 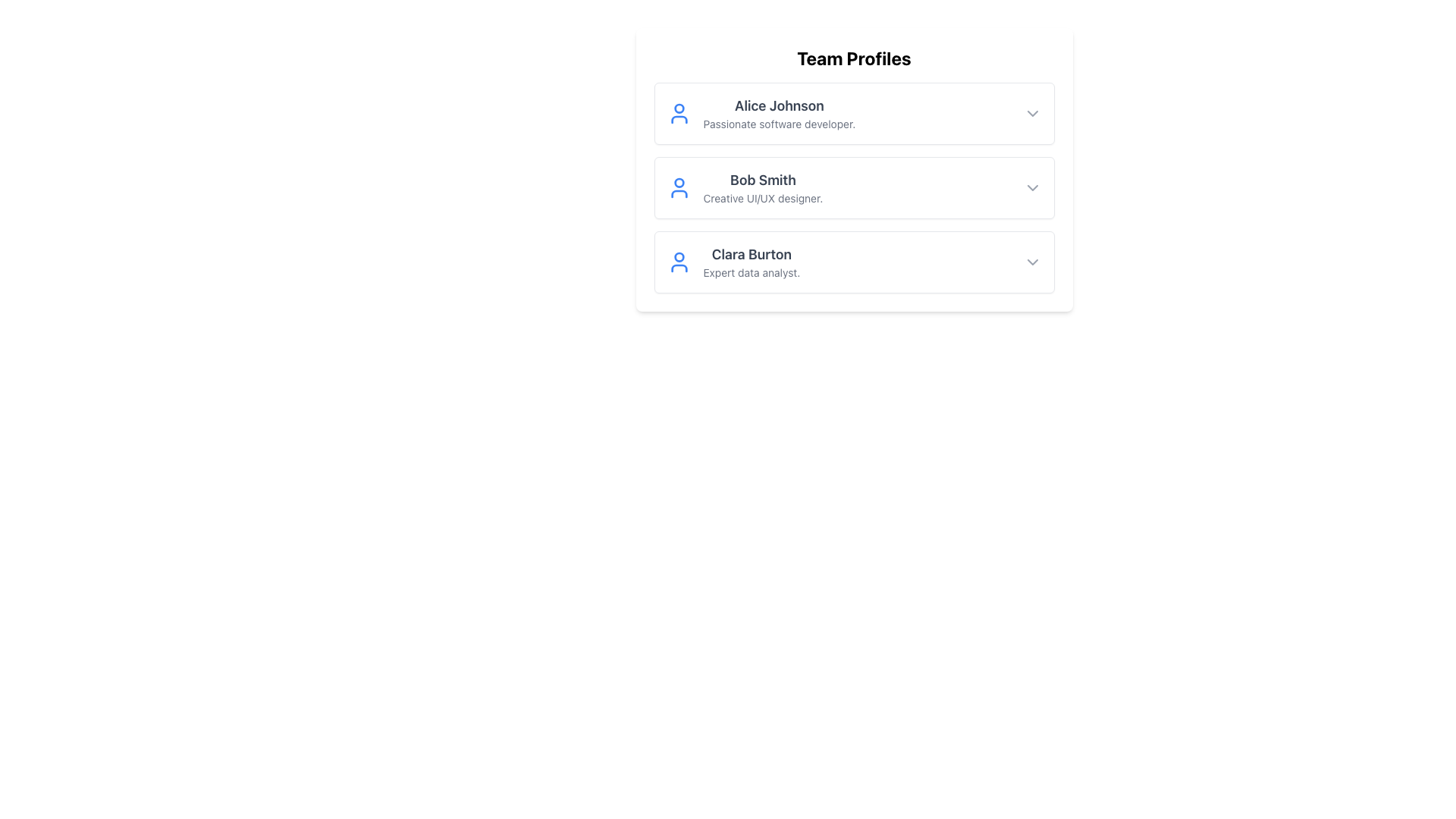 What do you see at coordinates (854, 187) in the screenshot?
I see `the Profile card for 'Bob Smith'` at bounding box center [854, 187].